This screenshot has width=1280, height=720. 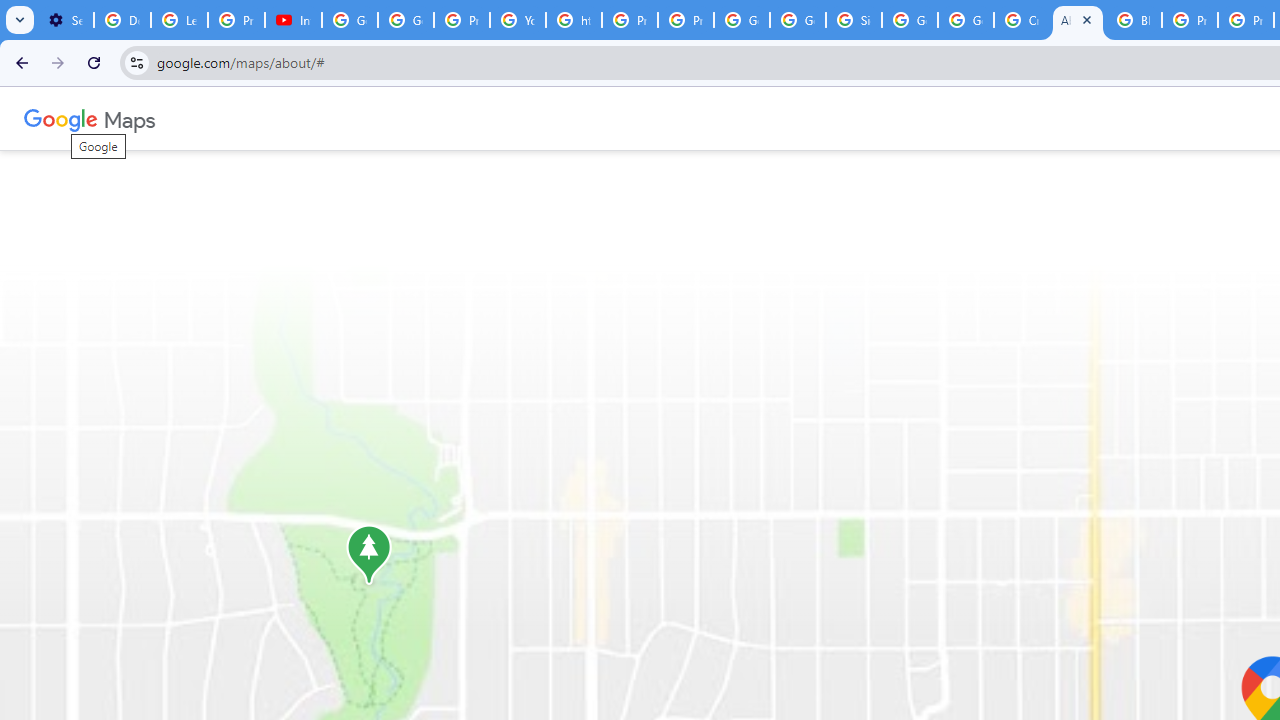 I want to click on 'Sign in - Google Accounts', so click(x=853, y=20).